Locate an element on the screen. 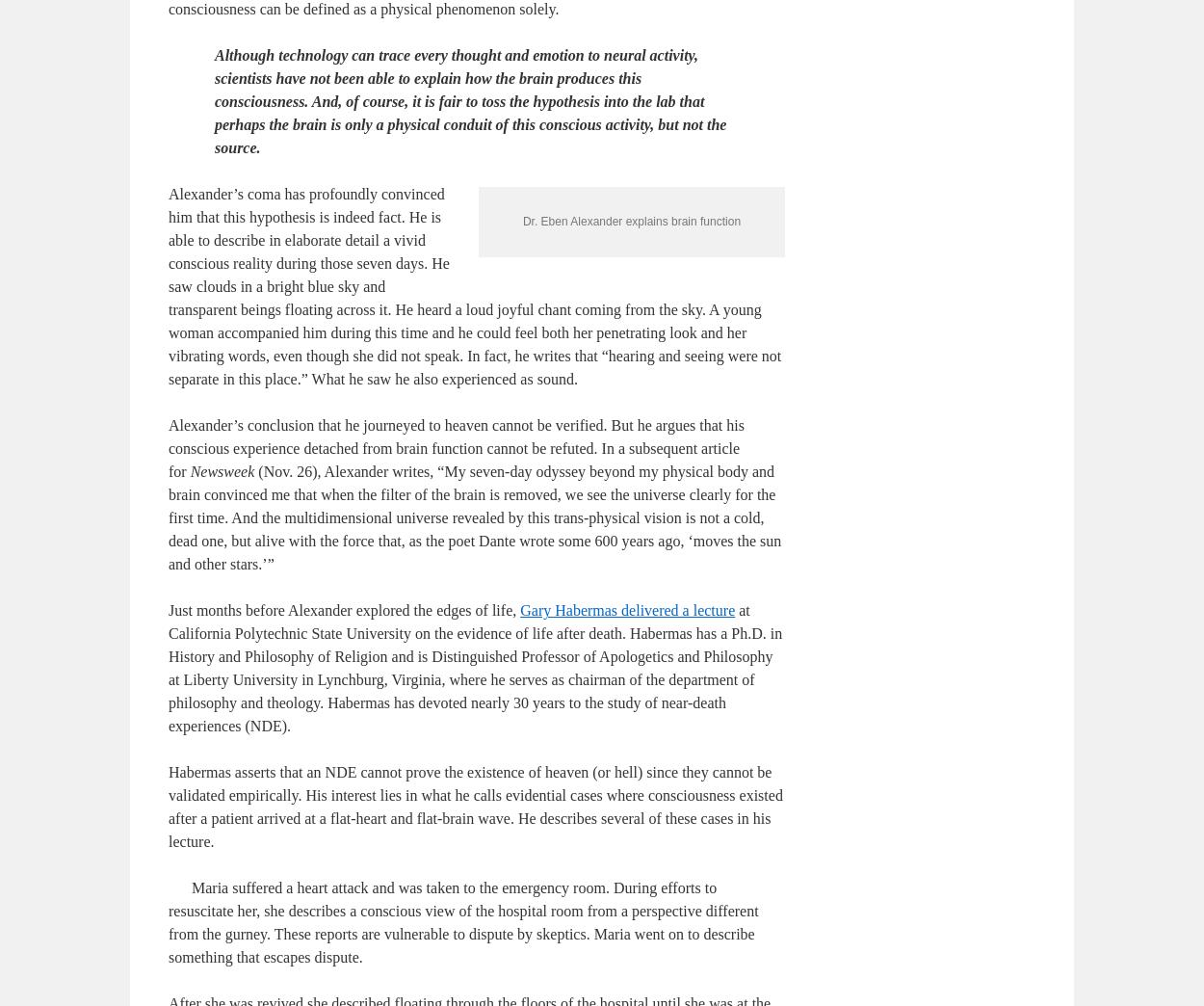 Image resolution: width=1204 pixels, height=1006 pixels. 'Just months before Alexander explored the edges of life,' is located at coordinates (169, 771).